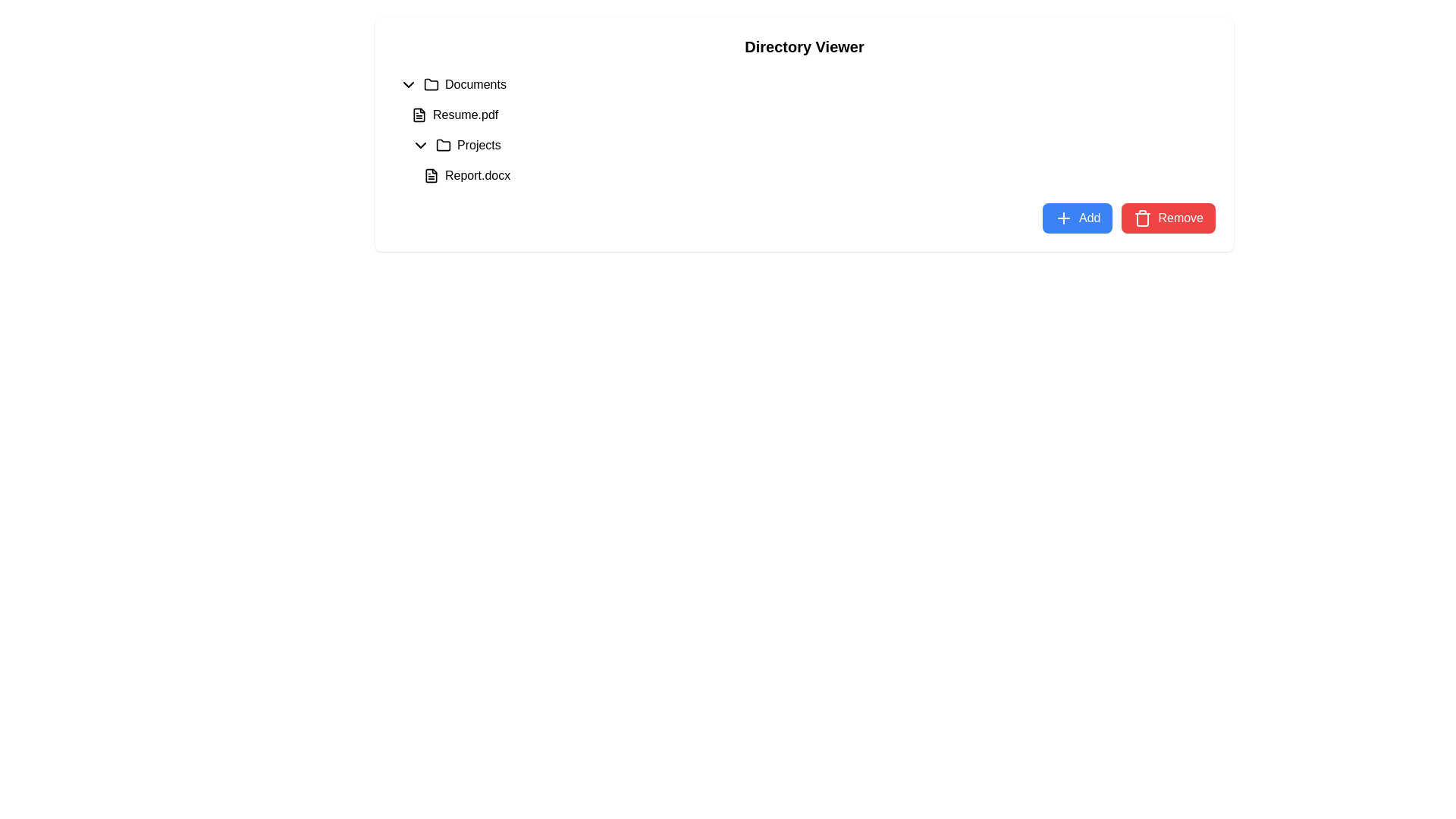 The height and width of the screenshot is (819, 1456). Describe the element at coordinates (1143, 219) in the screenshot. I see `the decorative icon component of the trash can, which is situated below the lid line and above the base of the icon, located next to the red 'Remove' button` at that location.